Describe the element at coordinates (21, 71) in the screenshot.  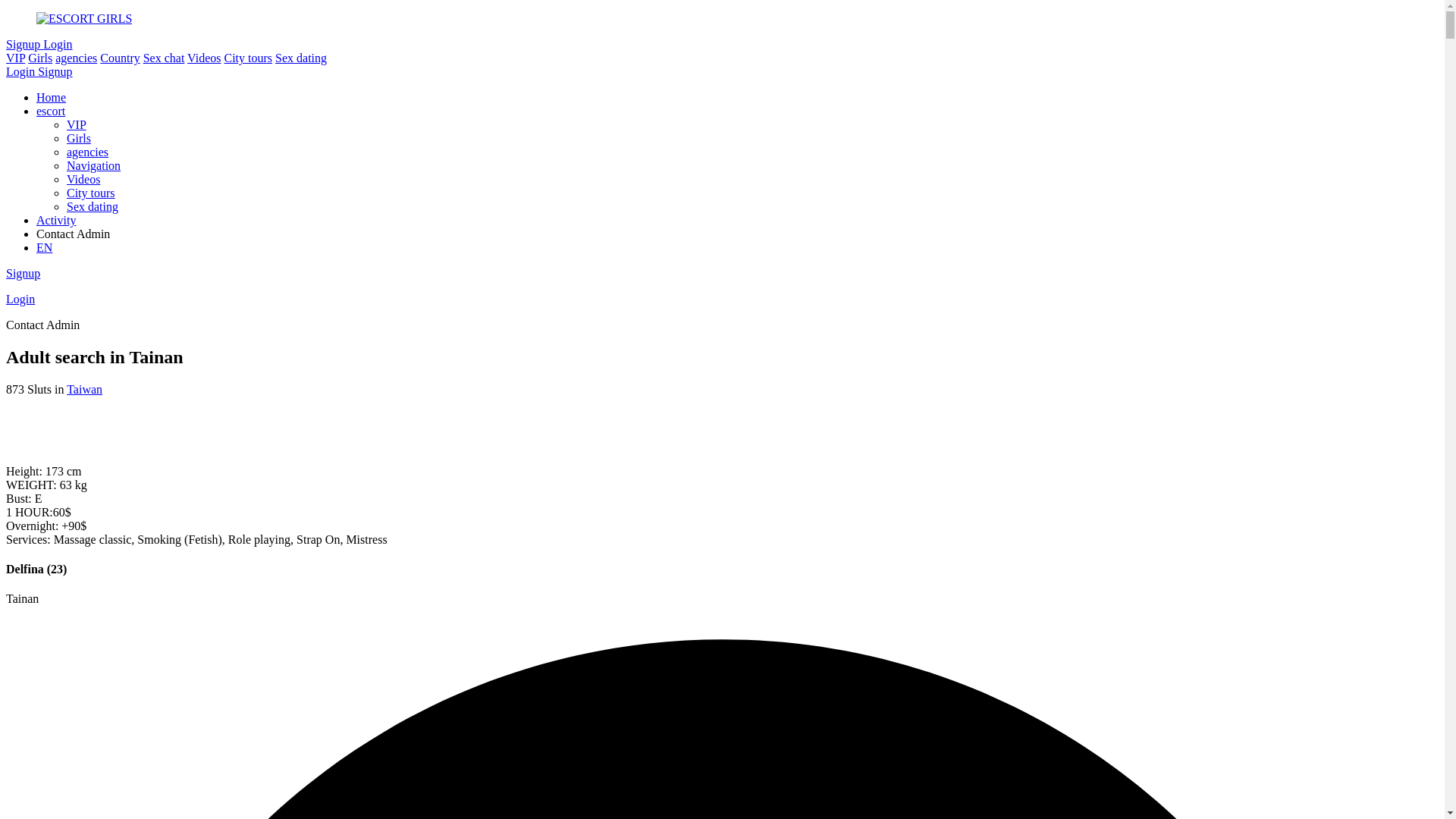
I see `'Login'` at that location.